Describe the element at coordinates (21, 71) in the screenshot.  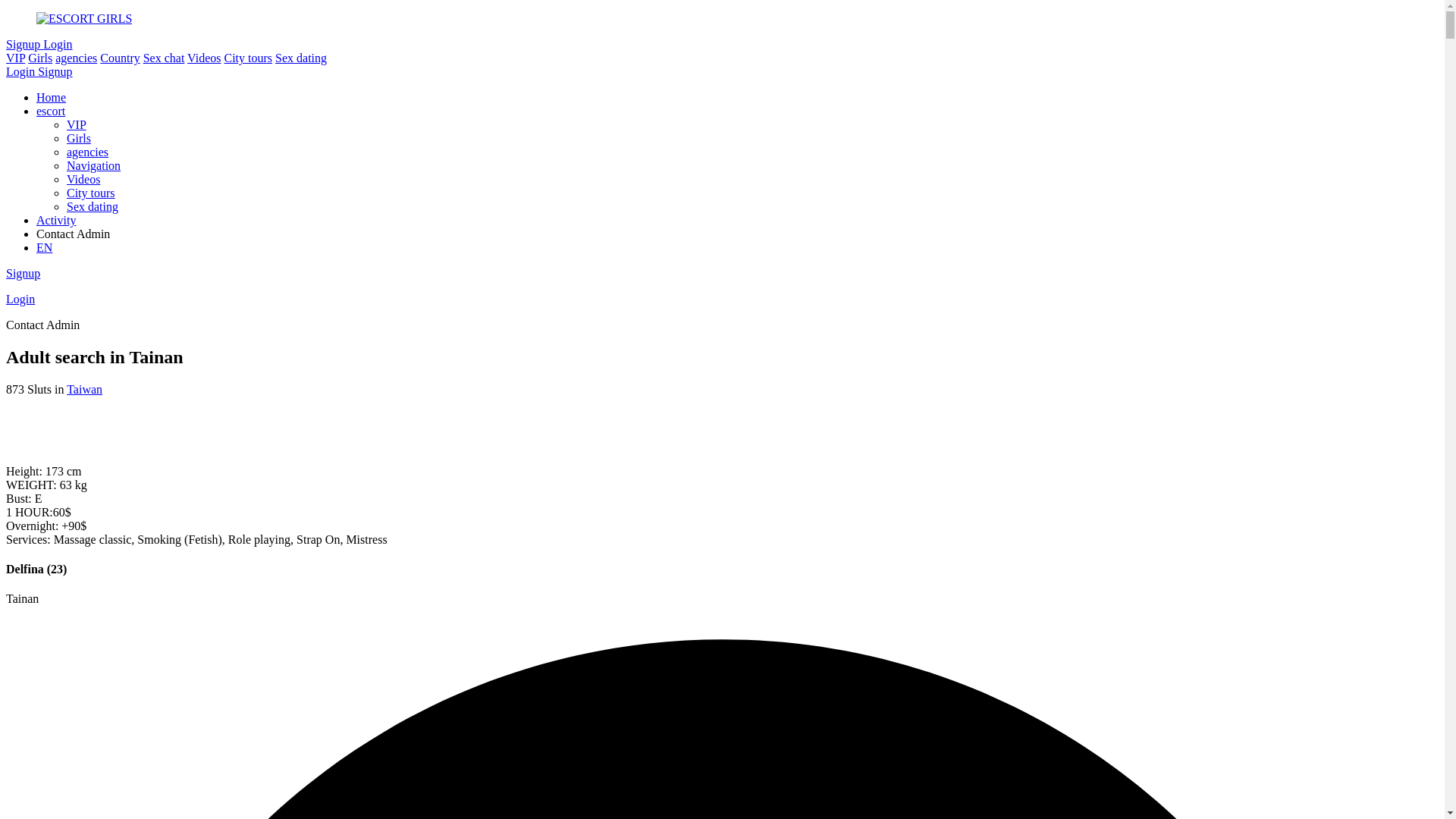
I see `'Login'` at that location.